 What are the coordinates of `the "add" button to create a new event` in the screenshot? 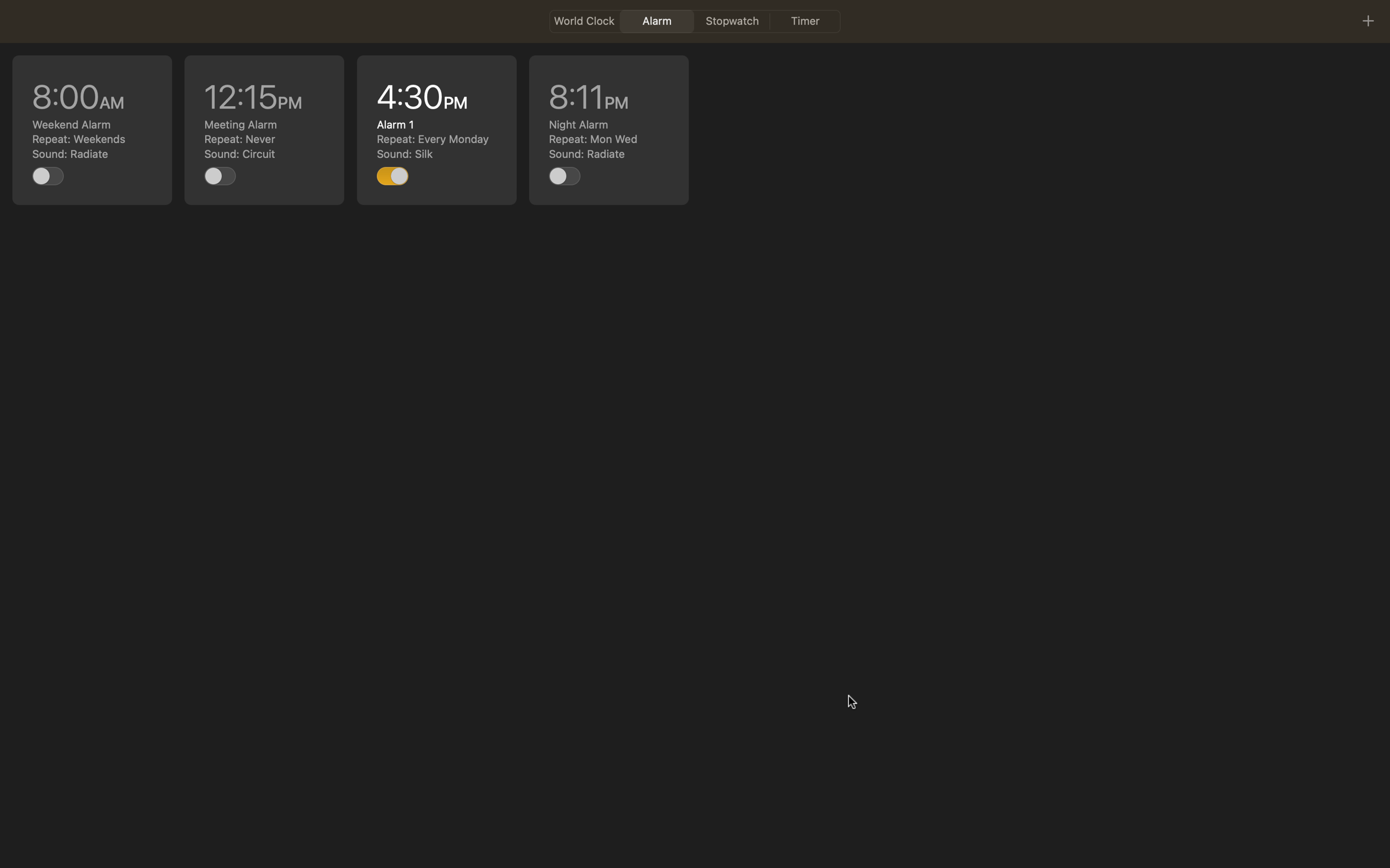 It's located at (1367, 20).